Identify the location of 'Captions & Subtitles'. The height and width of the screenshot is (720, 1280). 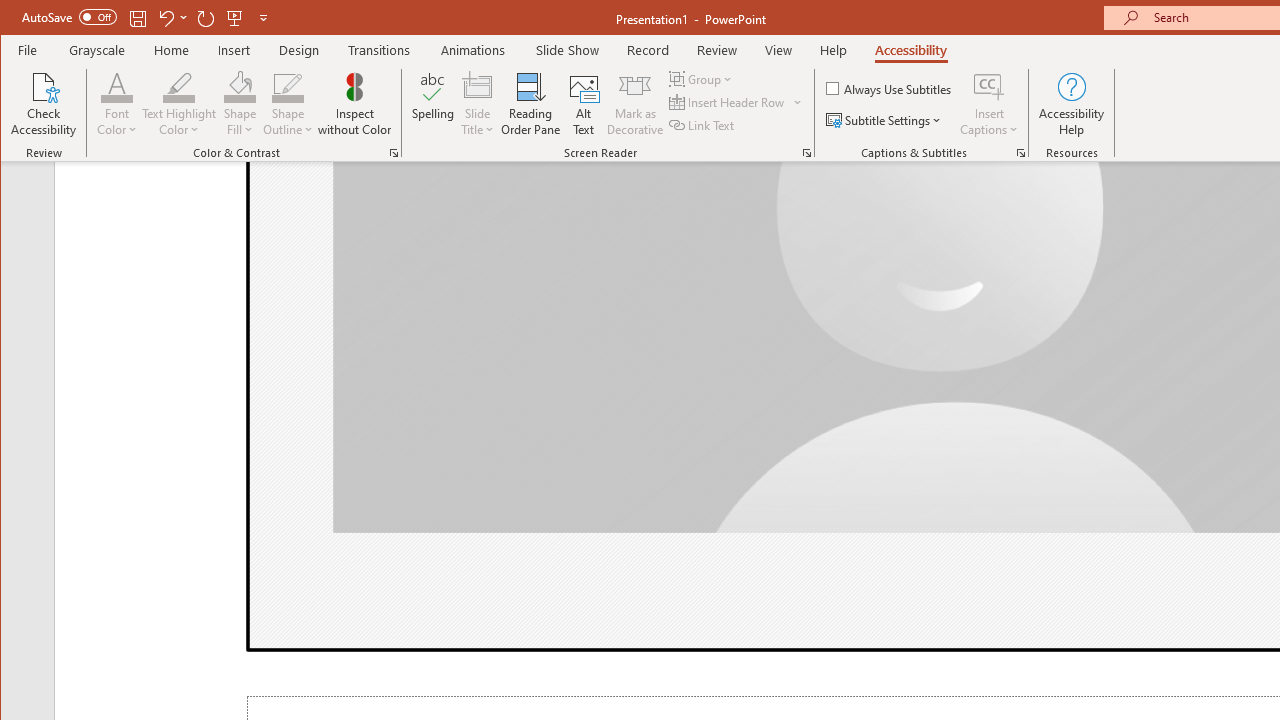
(1020, 152).